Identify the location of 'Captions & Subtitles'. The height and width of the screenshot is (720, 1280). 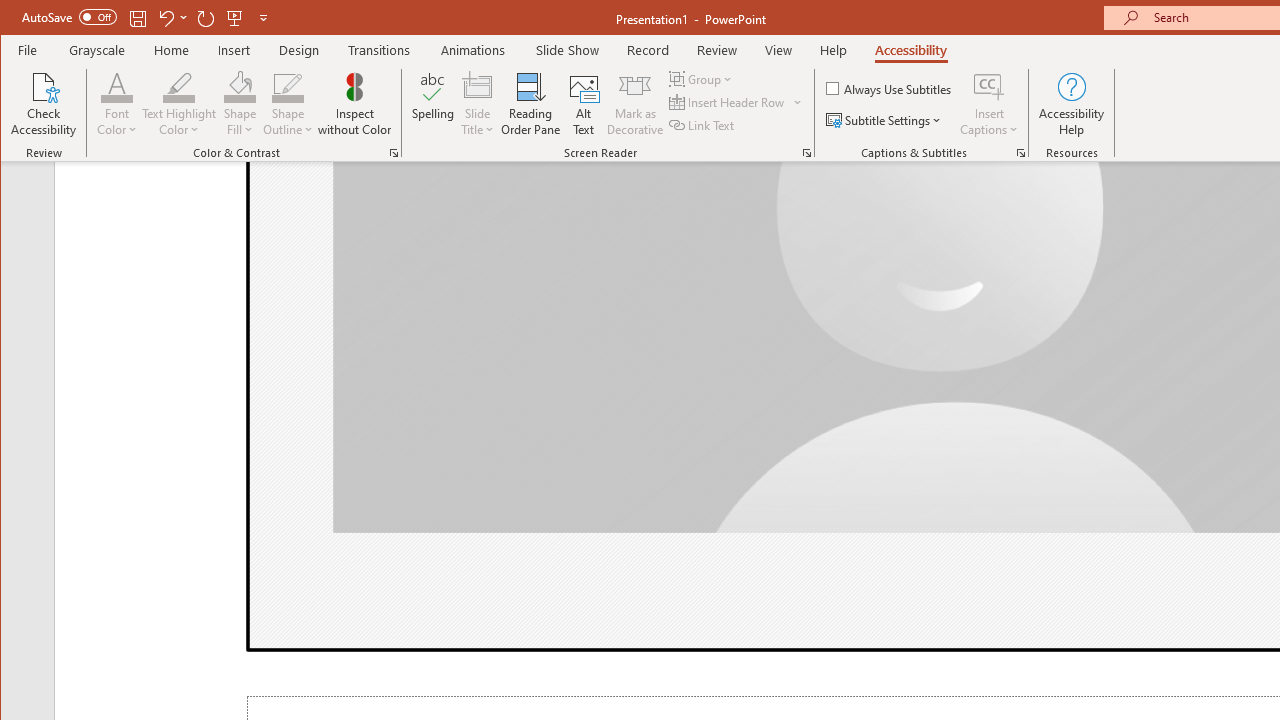
(1020, 152).